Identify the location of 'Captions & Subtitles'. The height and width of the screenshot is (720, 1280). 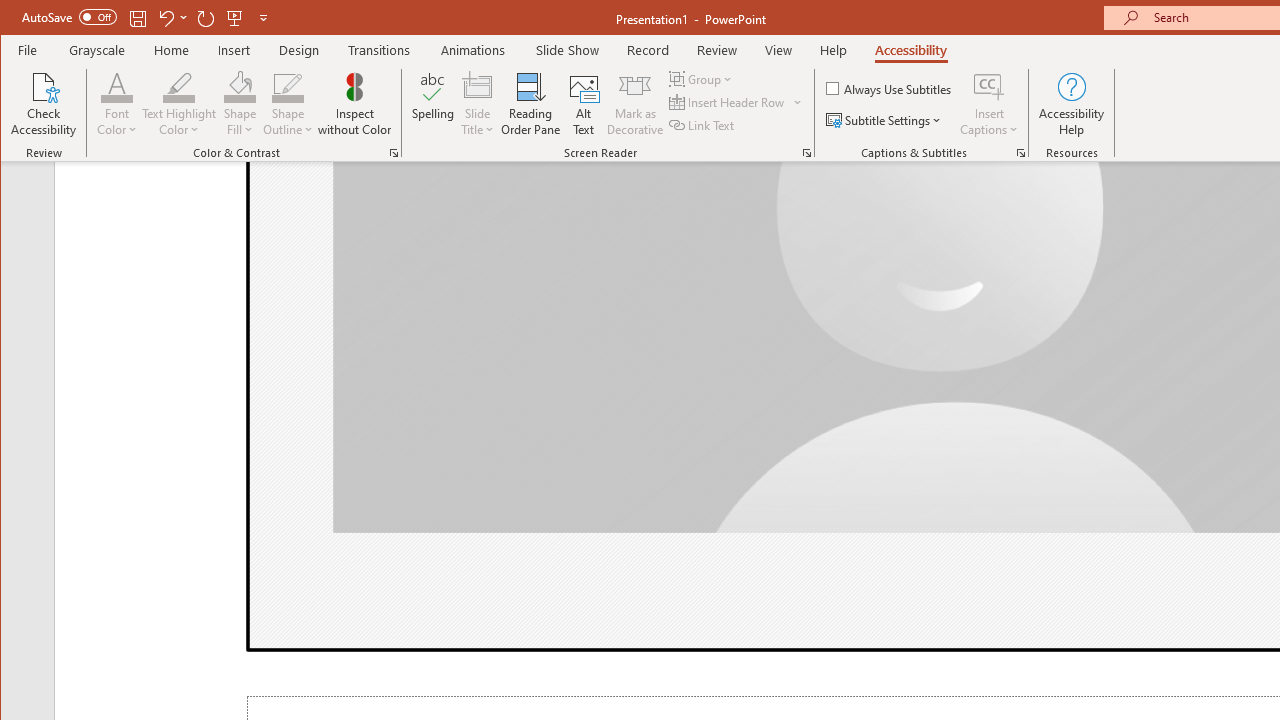
(1020, 152).